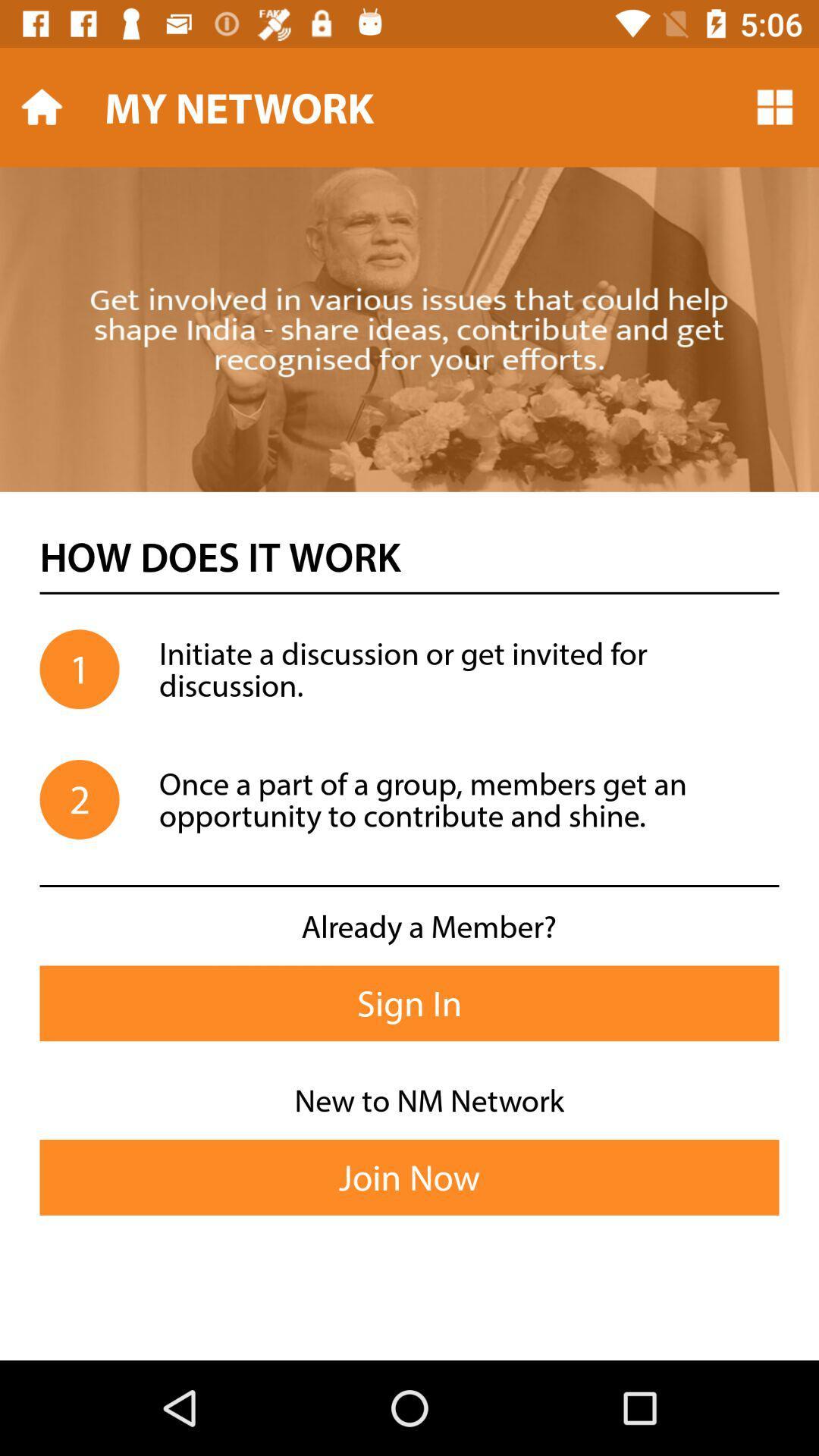  I want to click on icon below new to nm icon, so click(409, 1176).